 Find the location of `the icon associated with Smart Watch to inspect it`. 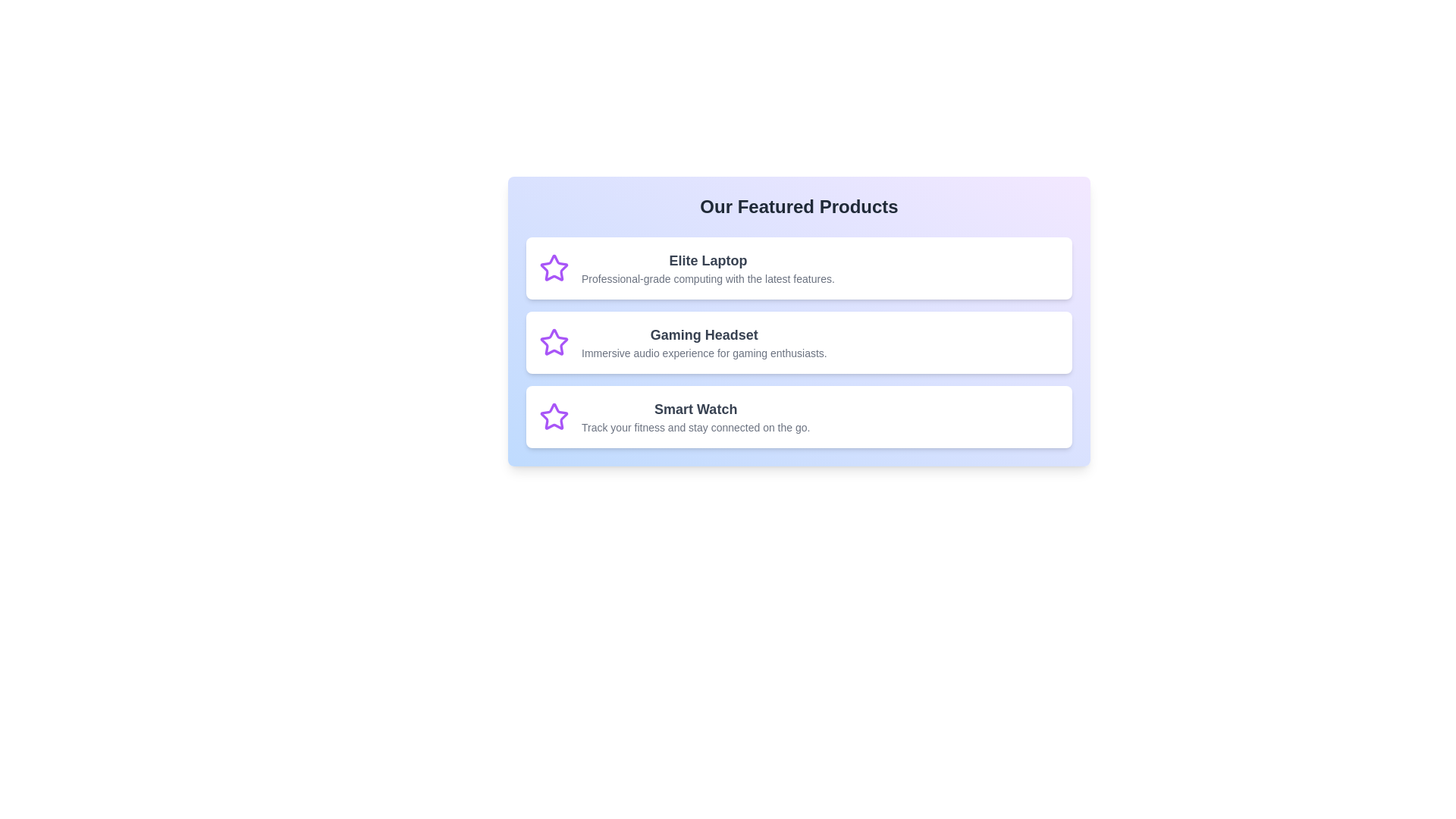

the icon associated with Smart Watch to inspect it is located at coordinates (553, 417).